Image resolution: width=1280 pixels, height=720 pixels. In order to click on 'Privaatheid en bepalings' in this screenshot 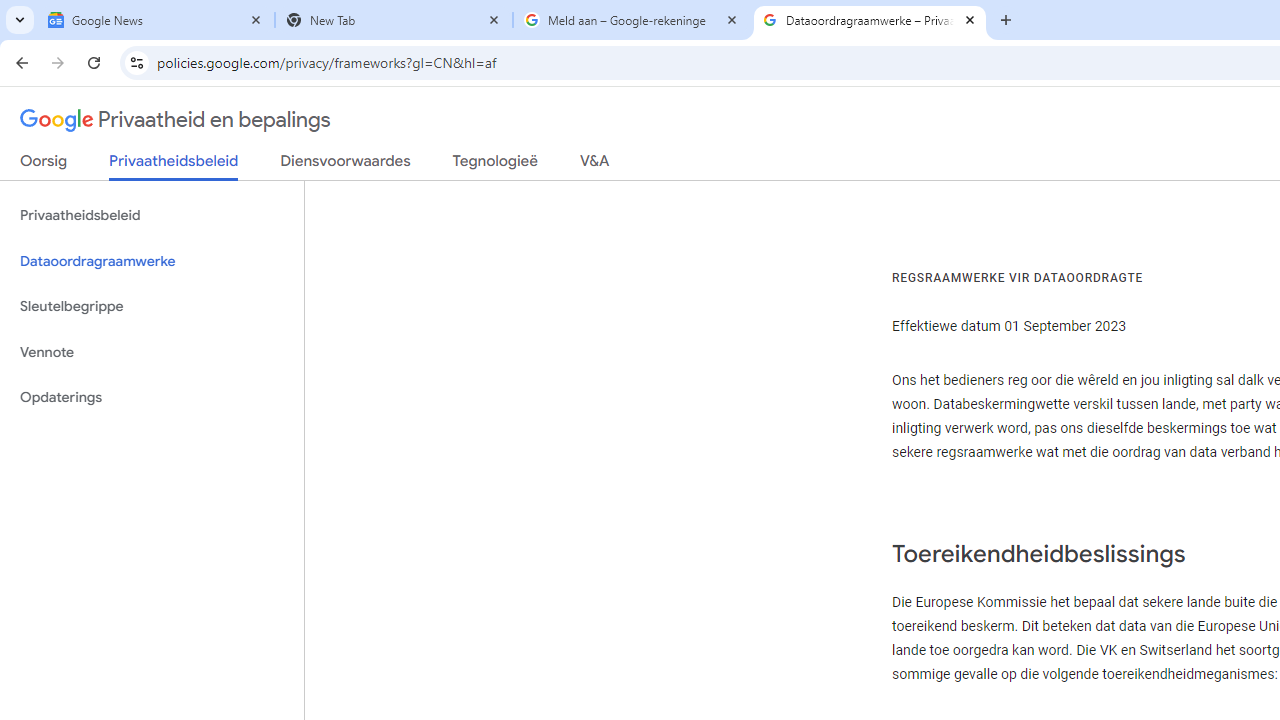, I will do `click(176, 120)`.